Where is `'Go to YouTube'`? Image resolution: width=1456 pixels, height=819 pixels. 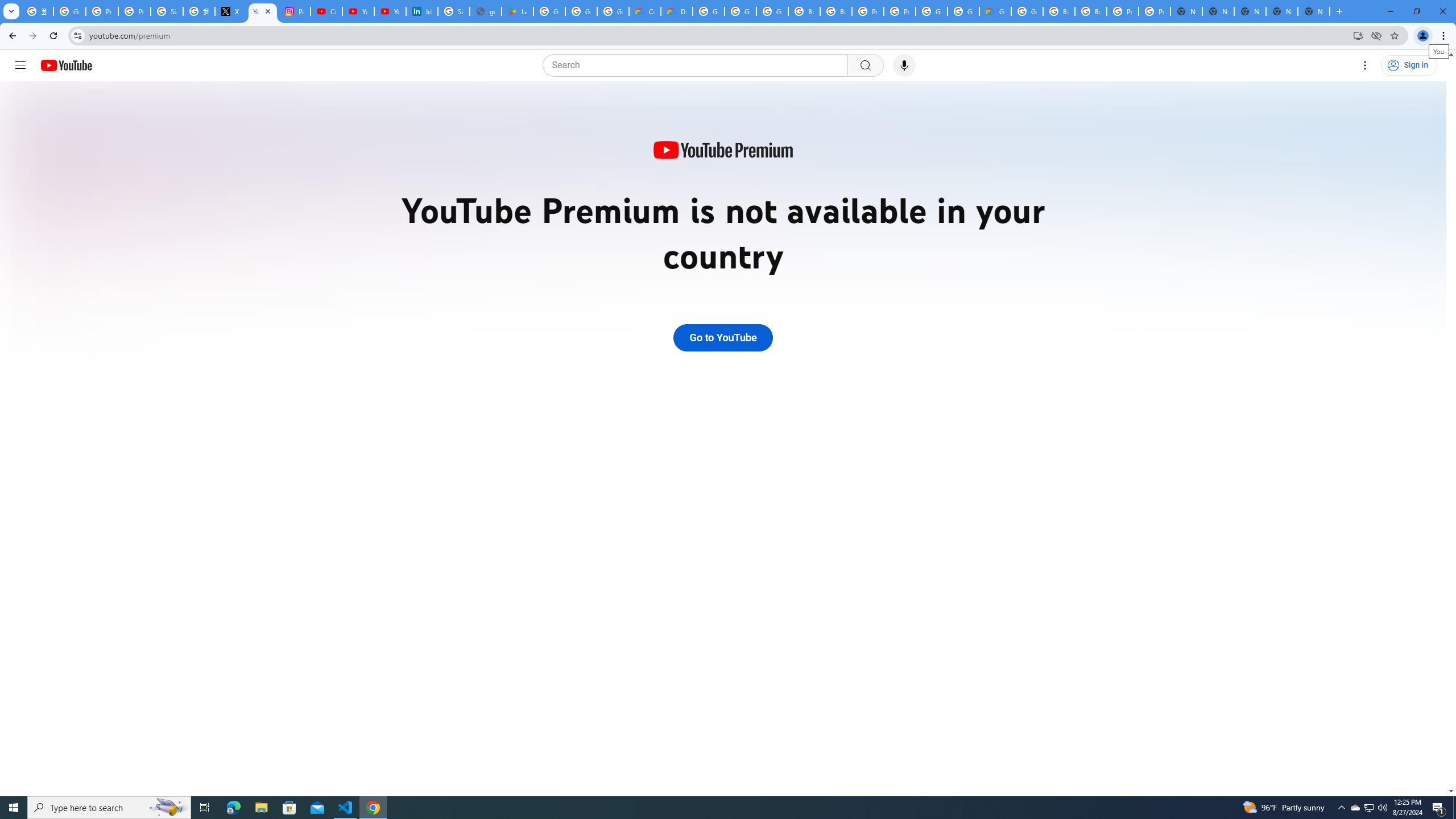
'Go to YouTube' is located at coordinates (723, 337).